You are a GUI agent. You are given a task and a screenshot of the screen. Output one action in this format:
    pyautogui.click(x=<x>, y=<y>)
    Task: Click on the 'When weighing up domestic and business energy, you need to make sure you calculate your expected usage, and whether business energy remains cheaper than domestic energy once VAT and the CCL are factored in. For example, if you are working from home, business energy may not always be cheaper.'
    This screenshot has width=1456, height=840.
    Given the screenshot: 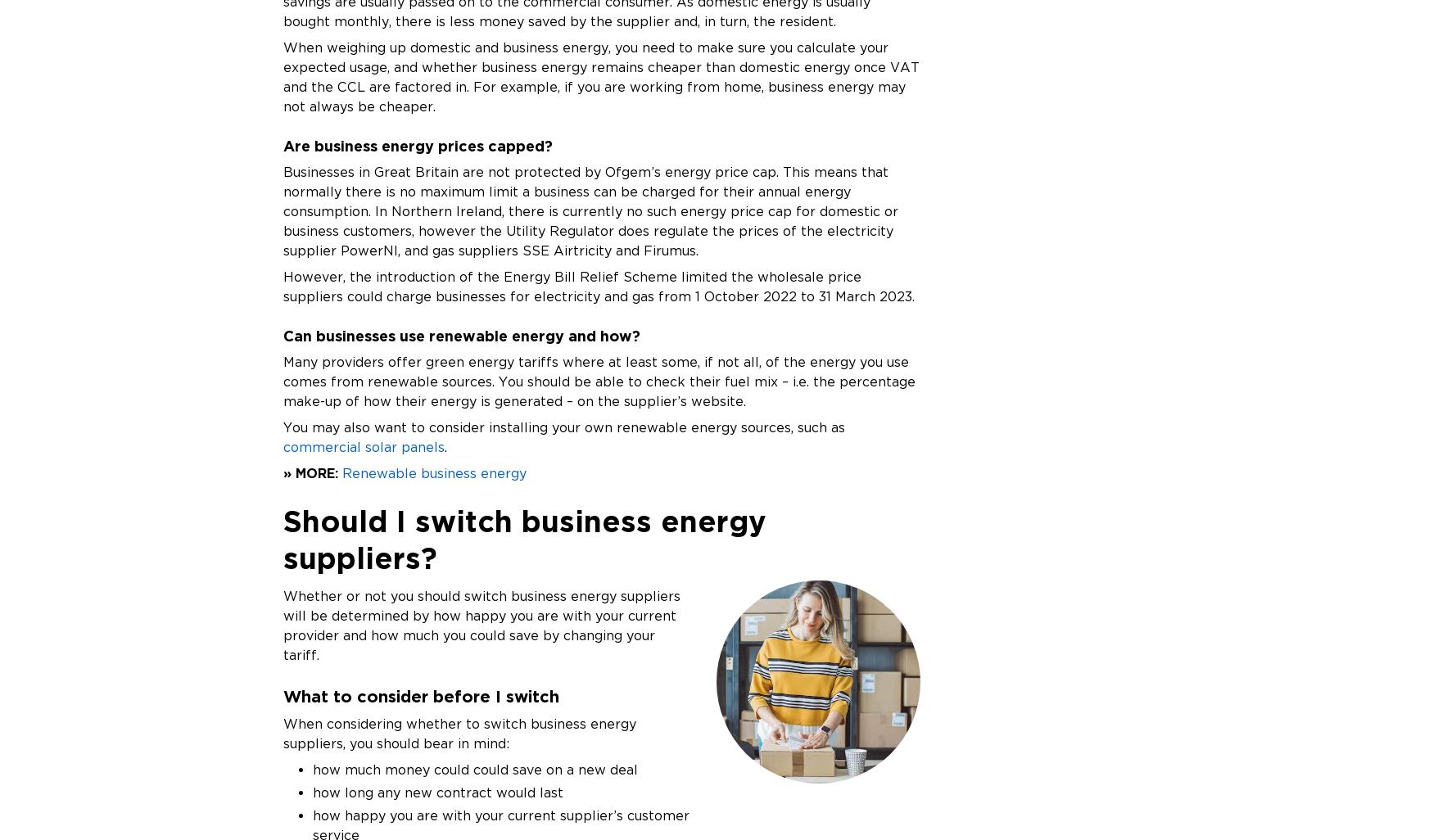 What is the action you would take?
    pyautogui.click(x=600, y=75)
    